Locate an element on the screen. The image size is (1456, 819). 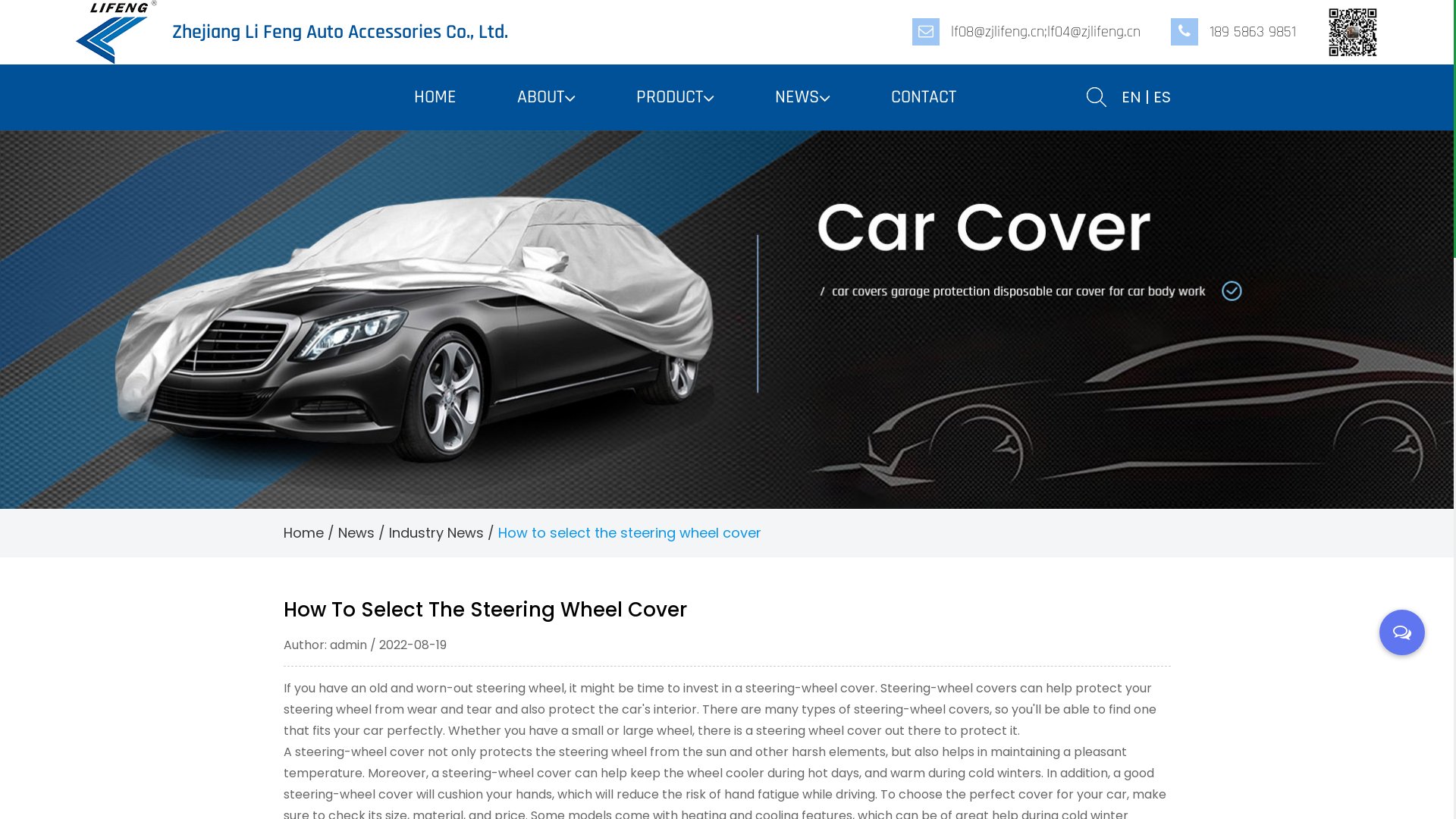
'News' is located at coordinates (356, 532).